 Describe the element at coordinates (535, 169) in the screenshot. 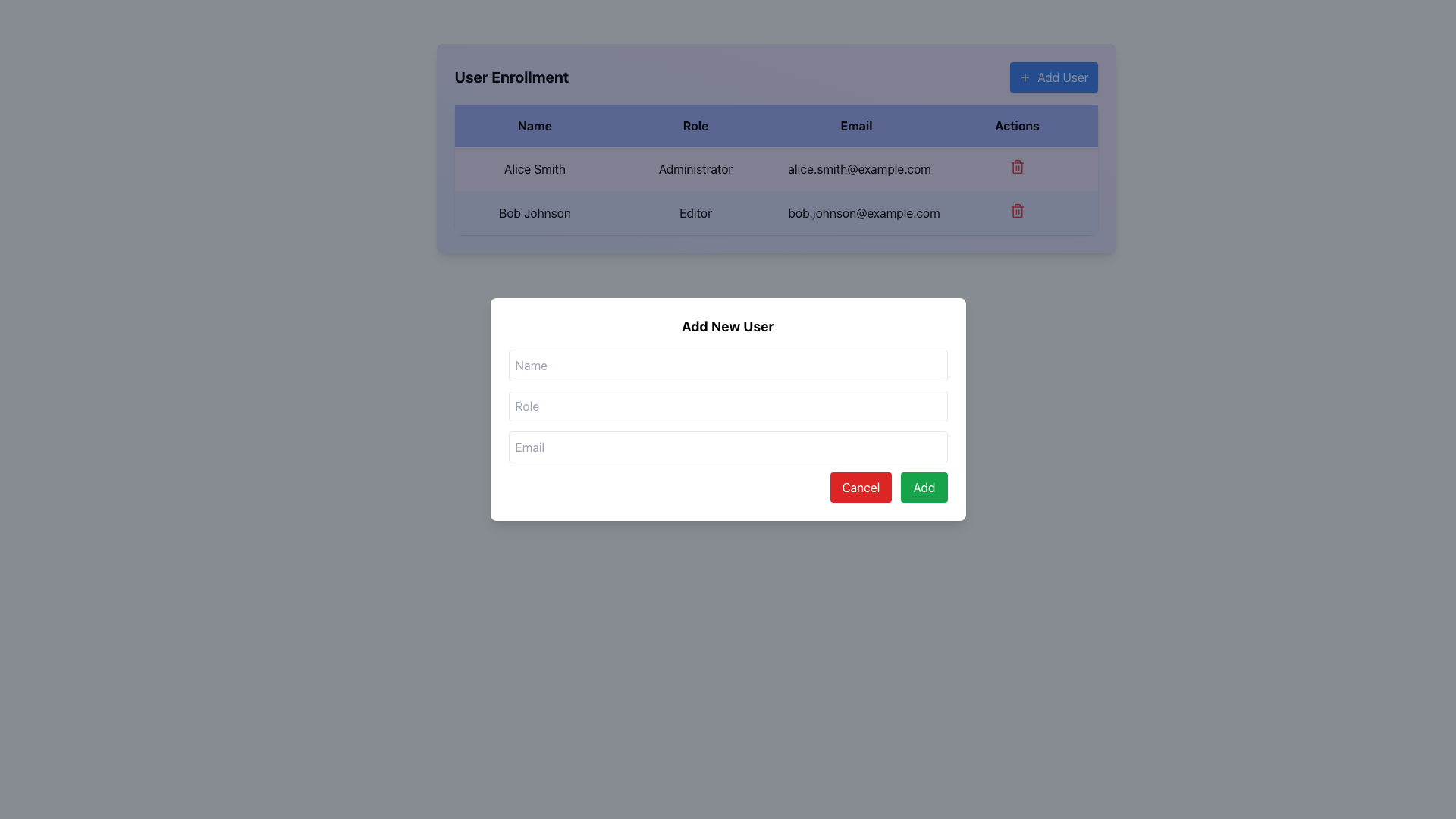

I see `the text label displaying 'Alice Smith' located in the first row of the table under the 'Name' column for interaction` at that location.